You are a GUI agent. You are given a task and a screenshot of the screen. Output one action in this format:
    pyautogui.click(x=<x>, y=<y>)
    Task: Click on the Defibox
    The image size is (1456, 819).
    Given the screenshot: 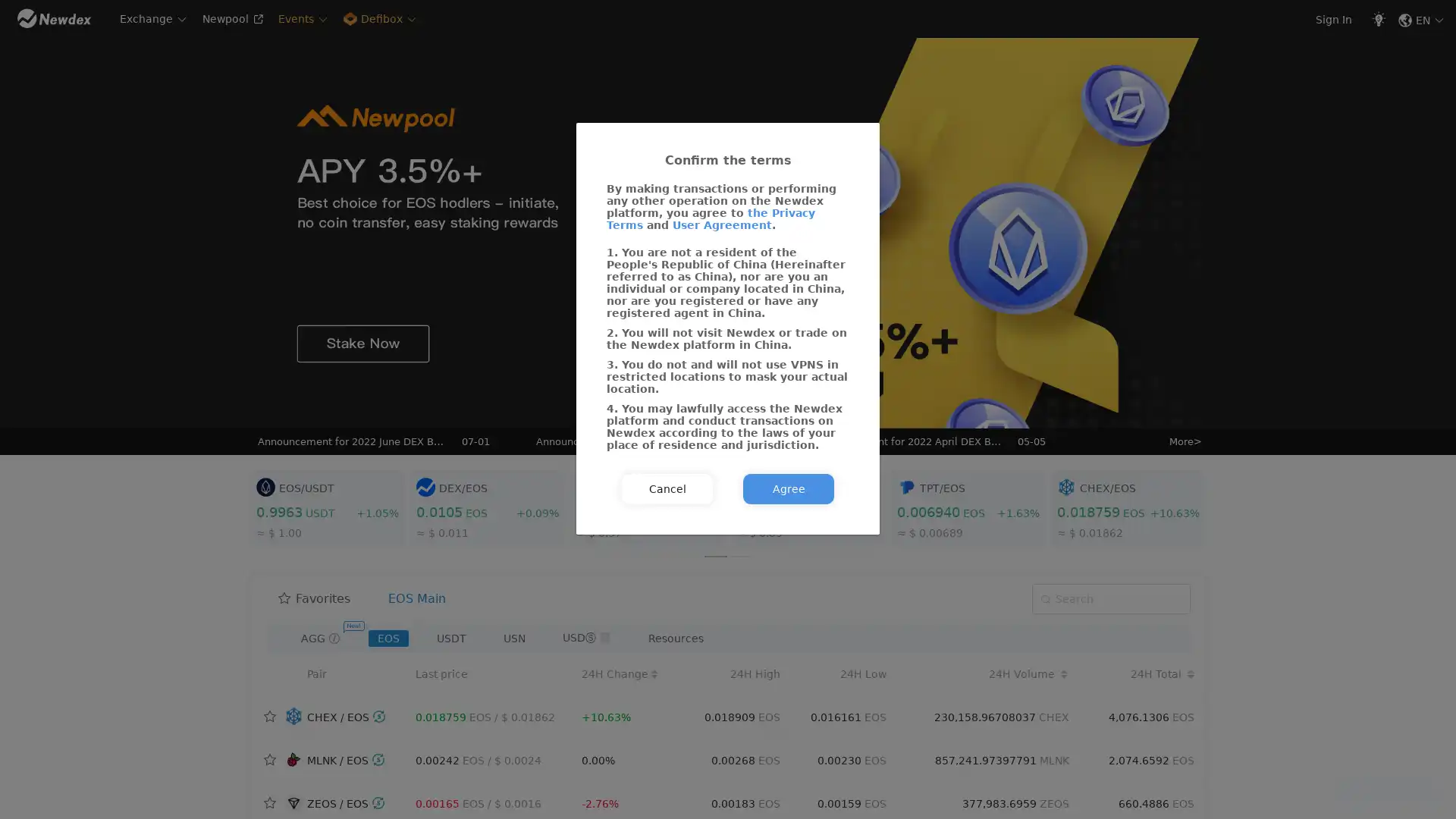 What is the action you would take?
    pyautogui.click(x=380, y=17)
    